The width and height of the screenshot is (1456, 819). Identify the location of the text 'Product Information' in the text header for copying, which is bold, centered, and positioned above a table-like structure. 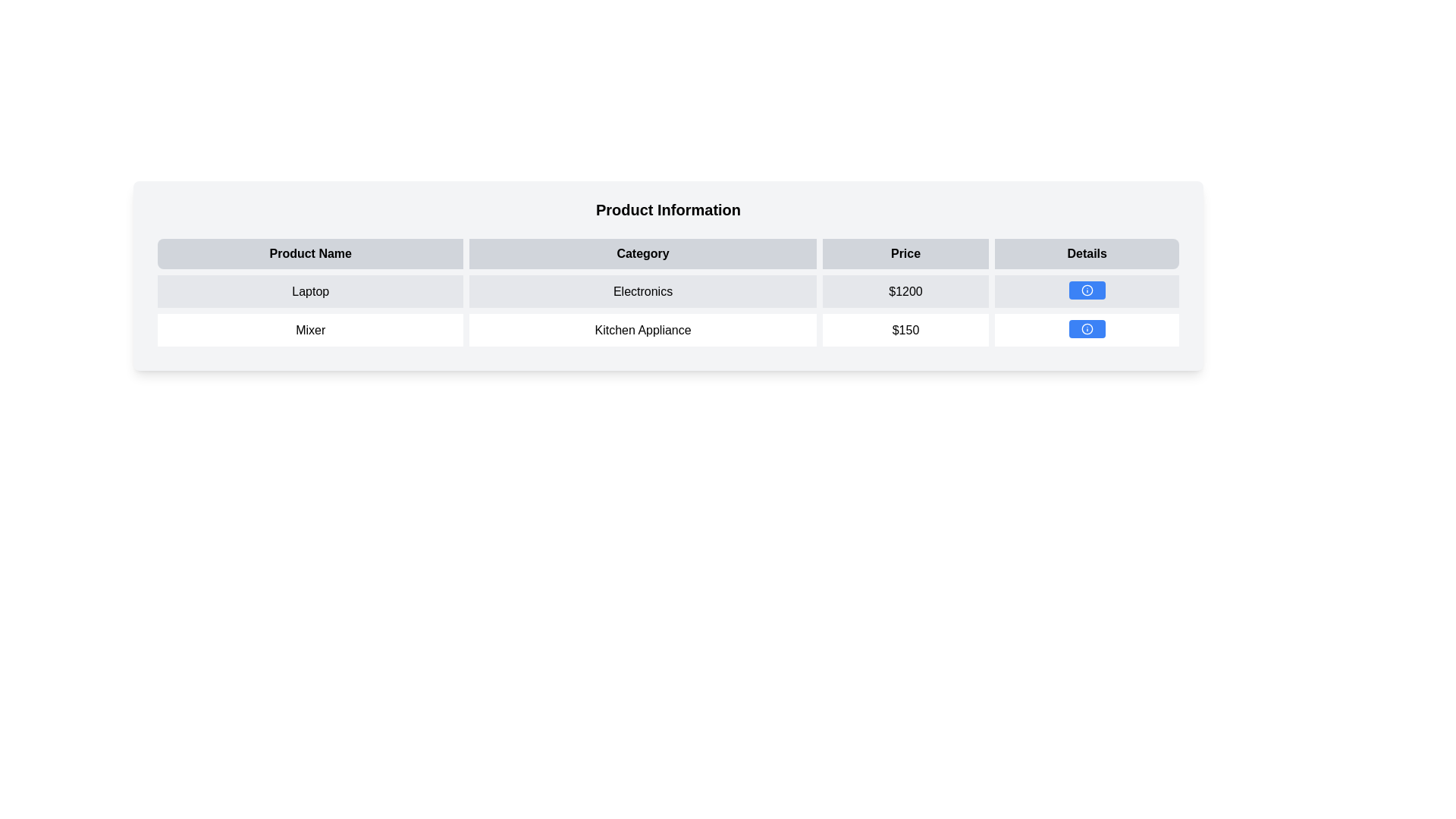
(667, 210).